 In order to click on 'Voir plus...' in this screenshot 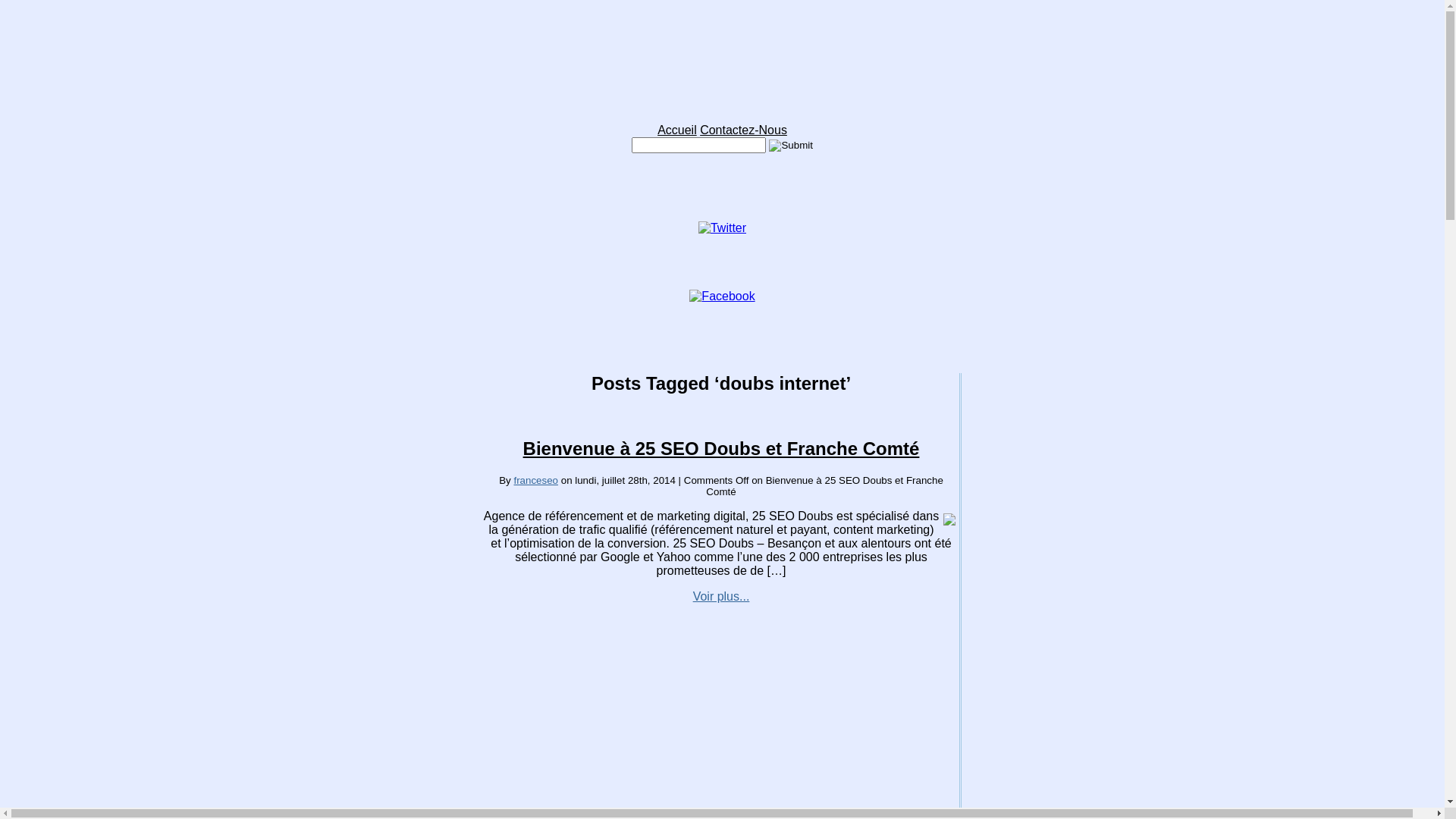, I will do `click(720, 595)`.